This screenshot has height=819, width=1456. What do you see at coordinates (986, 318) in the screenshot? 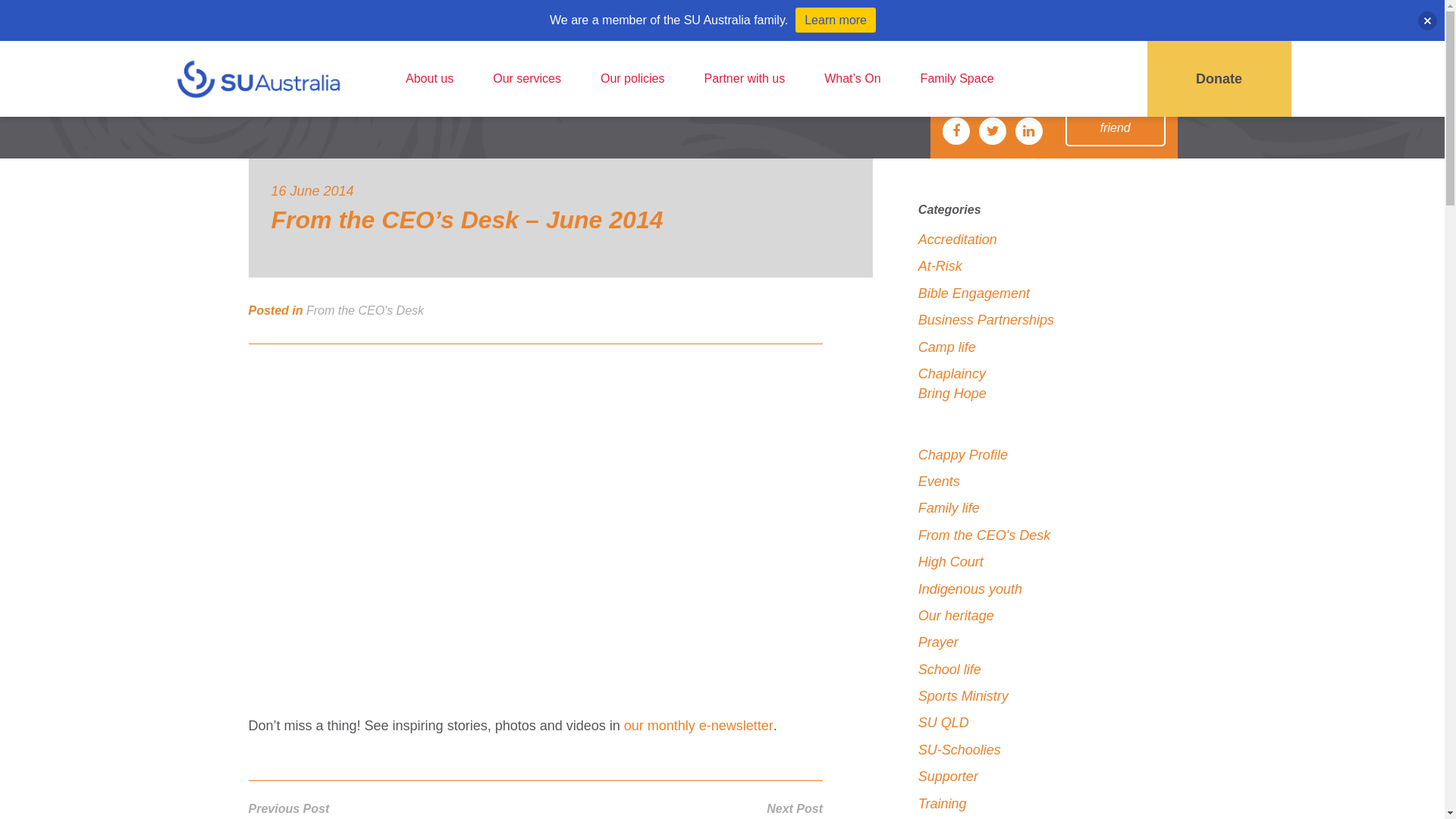
I see `'Business Partnerships'` at bounding box center [986, 318].